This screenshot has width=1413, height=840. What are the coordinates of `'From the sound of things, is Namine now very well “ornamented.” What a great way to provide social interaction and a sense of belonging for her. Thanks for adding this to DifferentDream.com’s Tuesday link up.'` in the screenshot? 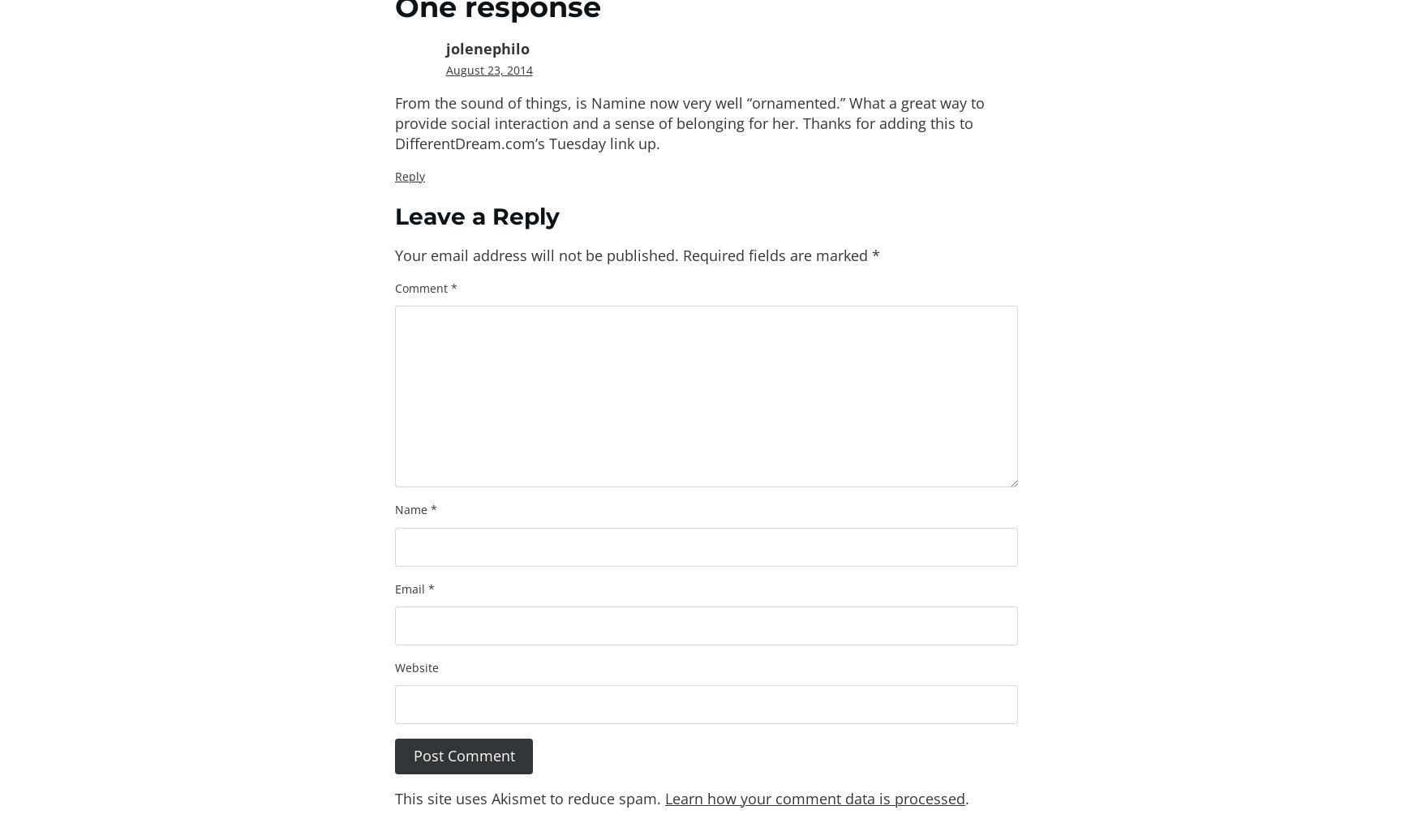 It's located at (395, 122).